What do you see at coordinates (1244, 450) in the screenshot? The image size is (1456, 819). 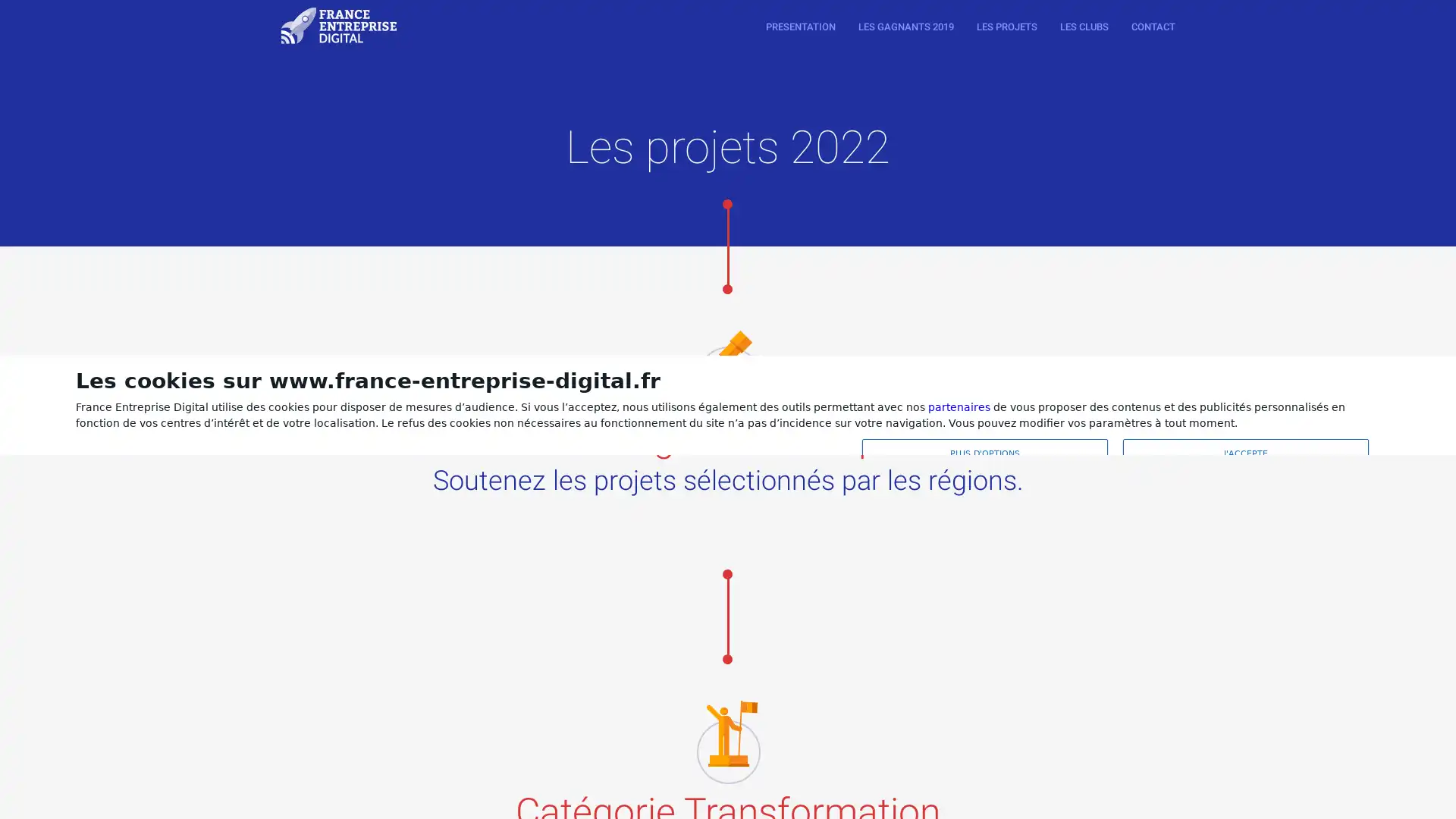 I see `J'ACCEPTE` at bounding box center [1244, 450].